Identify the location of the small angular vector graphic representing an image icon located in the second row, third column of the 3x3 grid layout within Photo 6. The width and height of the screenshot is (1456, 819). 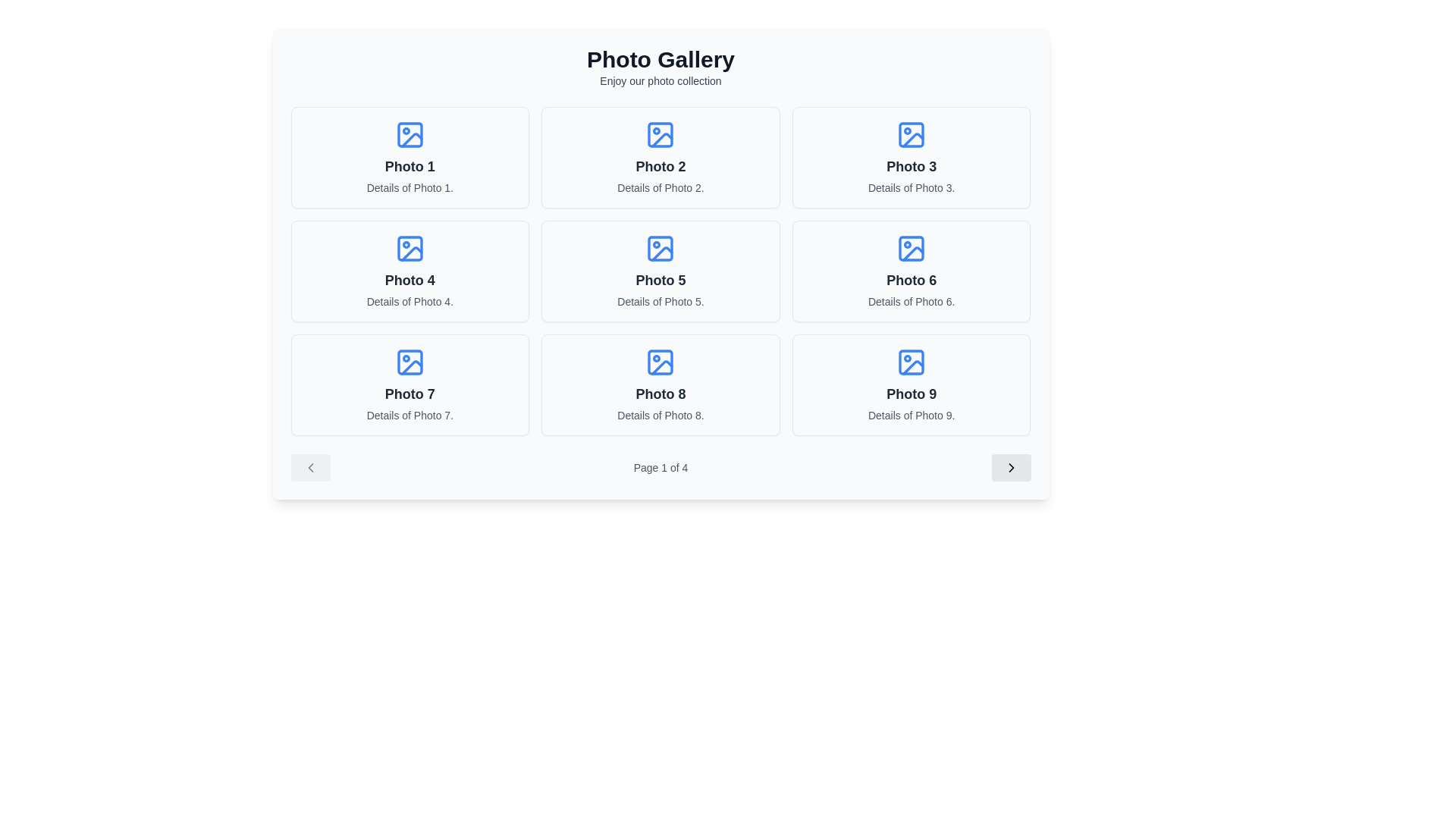
(912, 253).